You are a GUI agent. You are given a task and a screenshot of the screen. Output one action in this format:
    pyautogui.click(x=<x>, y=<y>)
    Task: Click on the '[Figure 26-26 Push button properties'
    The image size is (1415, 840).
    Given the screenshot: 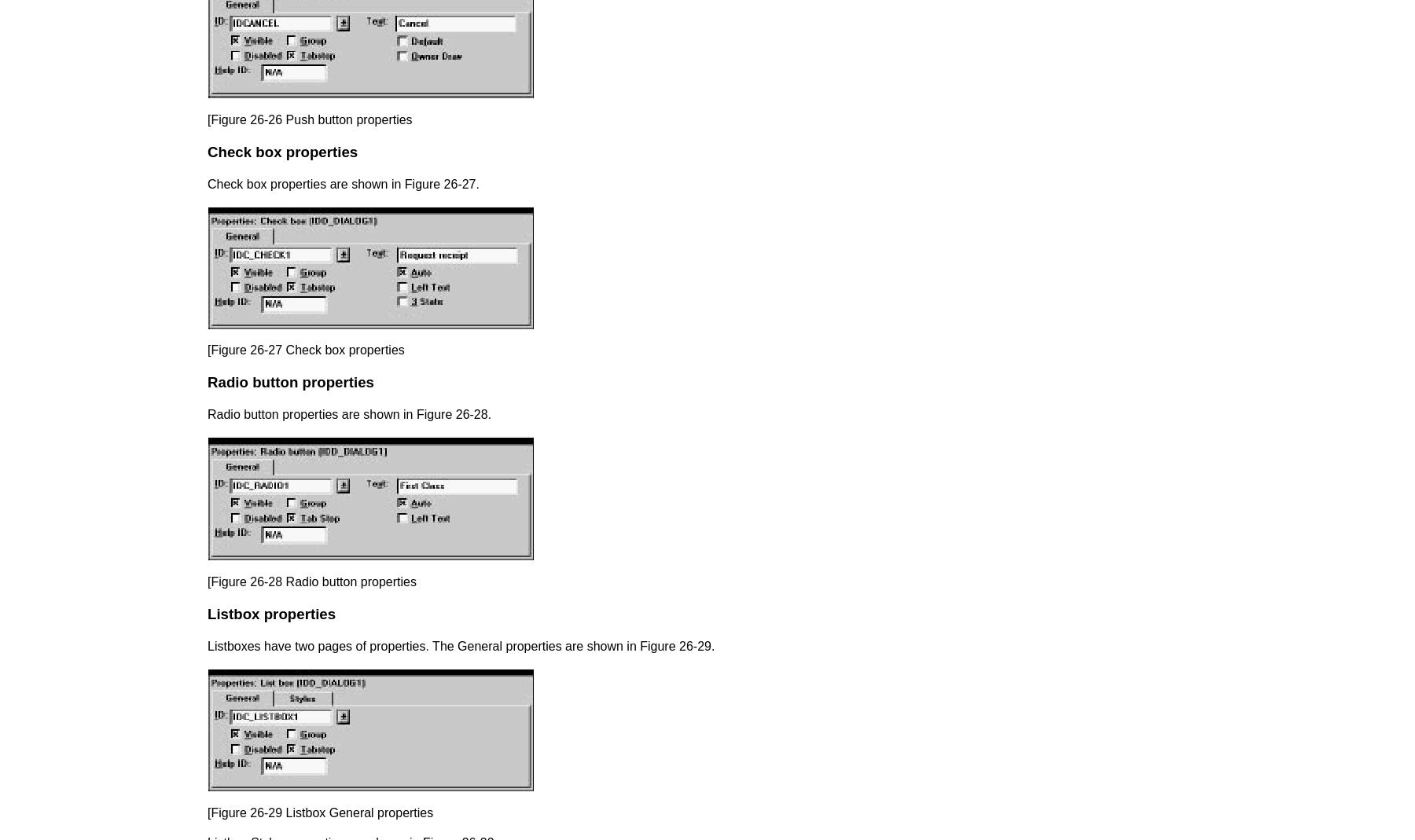 What is the action you would take?
    pyautogui.click(x=310, y=119)
    